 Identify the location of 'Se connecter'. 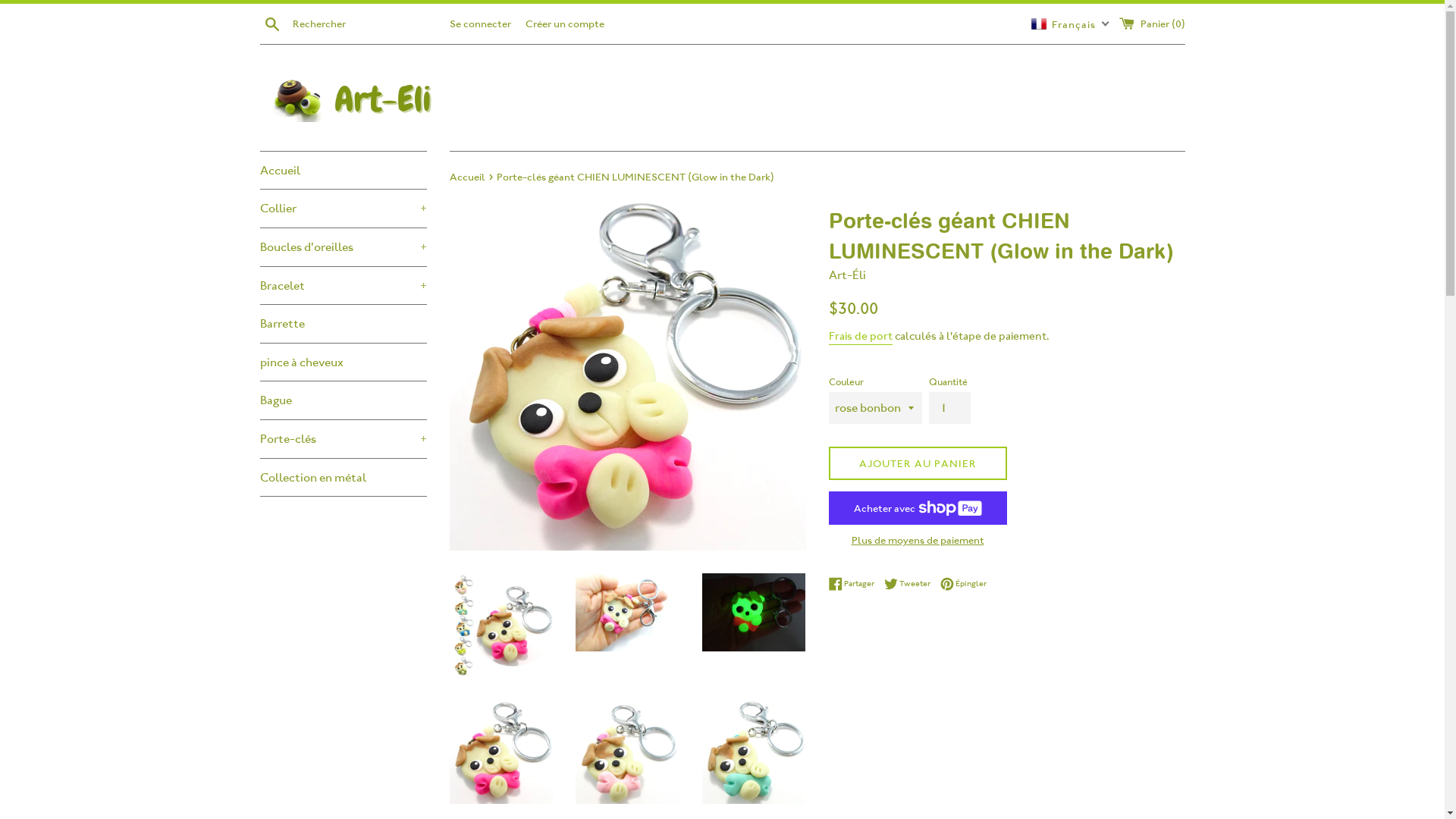
(479, 23).